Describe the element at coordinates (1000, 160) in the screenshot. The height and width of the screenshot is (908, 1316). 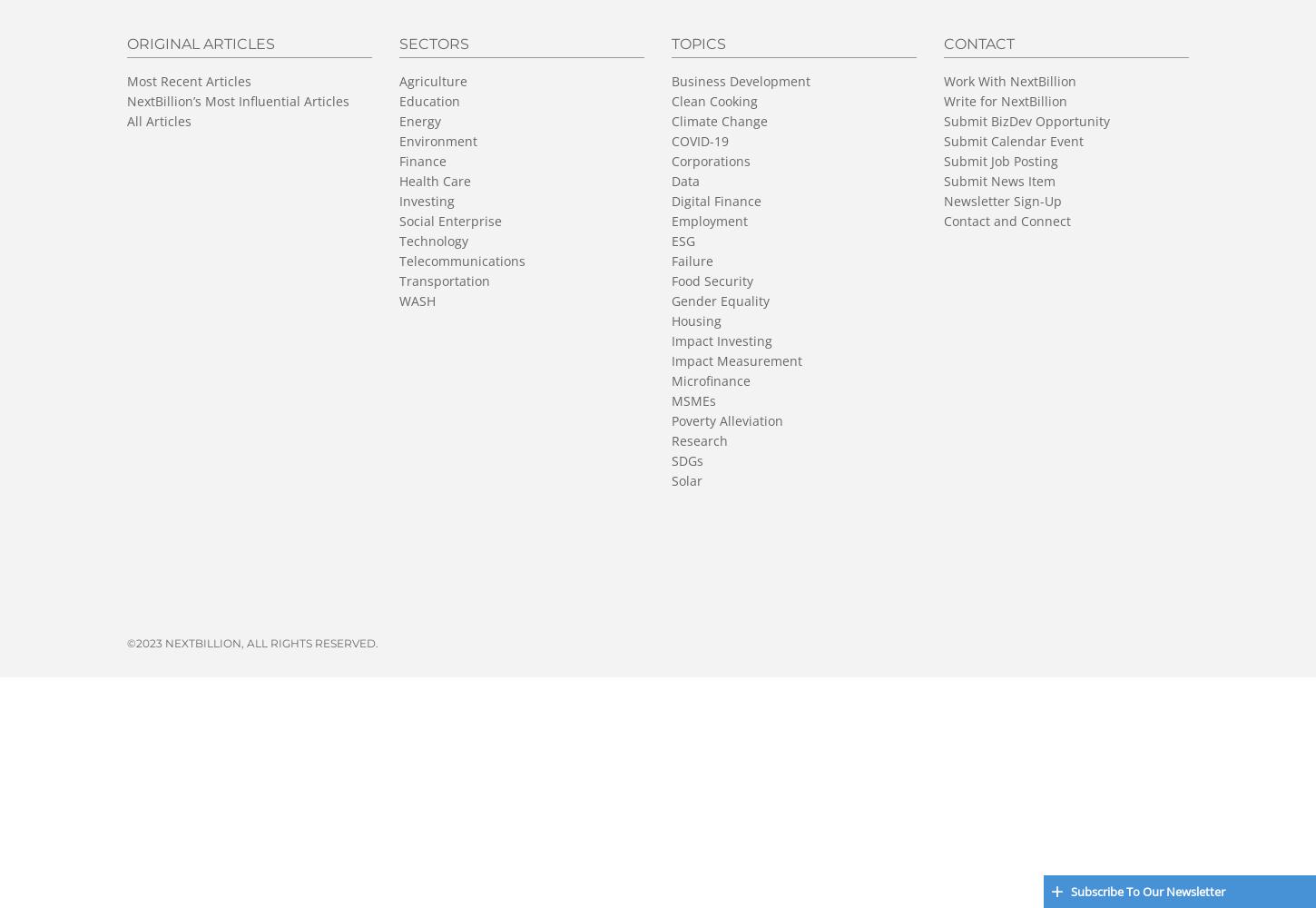
I see `'Submit Job Posting'` at that location.